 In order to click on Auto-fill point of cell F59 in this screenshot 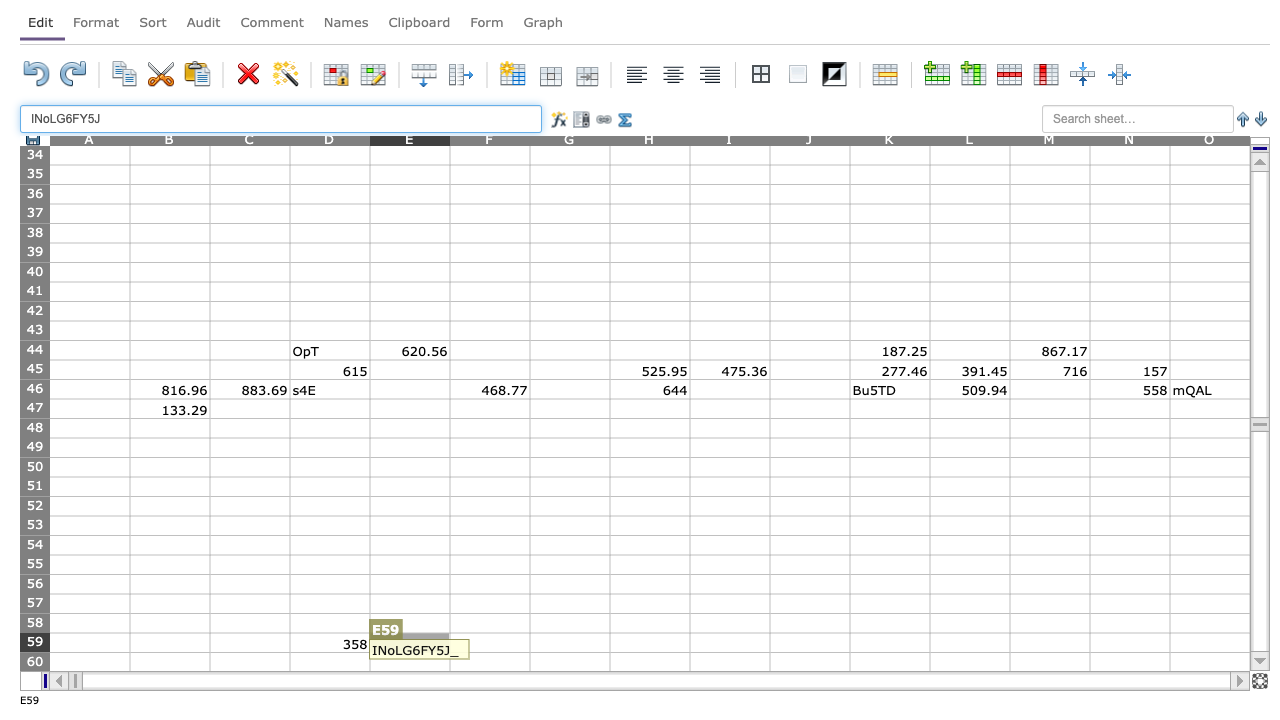, I will do `click(530, 652)`.